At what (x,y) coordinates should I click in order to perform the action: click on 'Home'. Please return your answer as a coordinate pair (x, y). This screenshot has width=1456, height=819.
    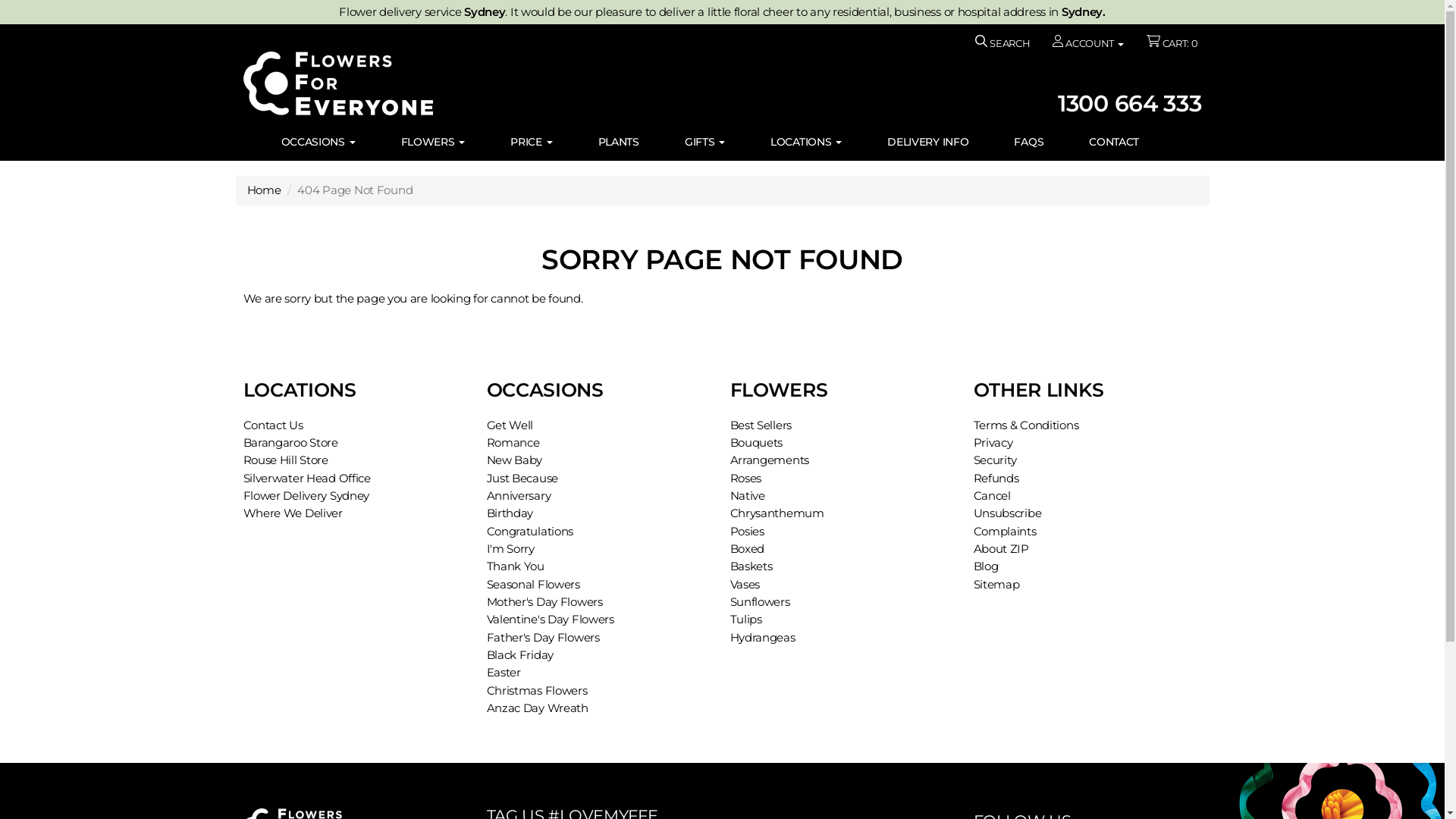
    Looking at the image, I should click on (264, 189).